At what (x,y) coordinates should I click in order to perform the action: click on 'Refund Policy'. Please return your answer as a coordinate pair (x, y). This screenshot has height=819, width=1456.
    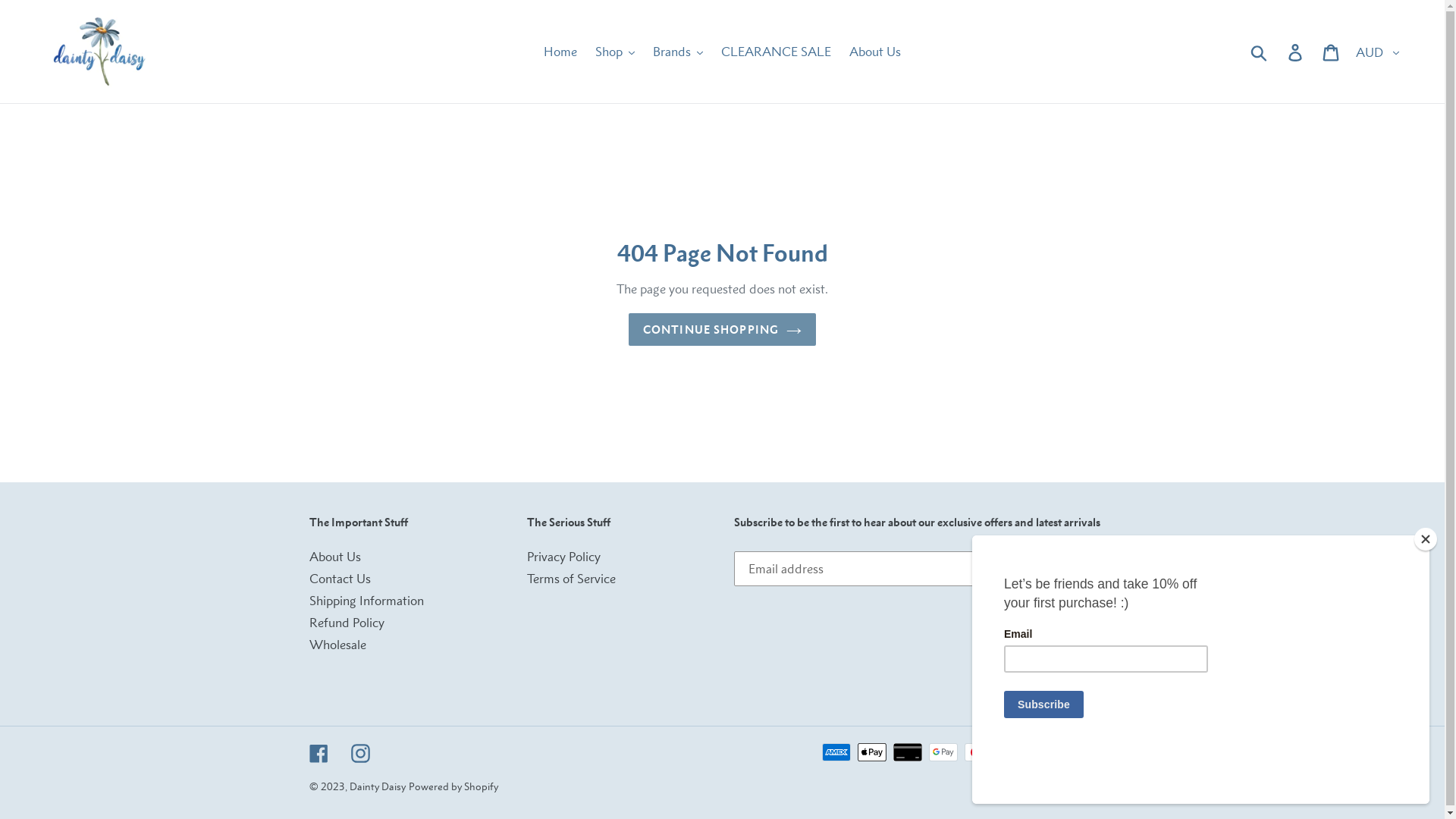
    Looking at the image, I should click on (346, 623).